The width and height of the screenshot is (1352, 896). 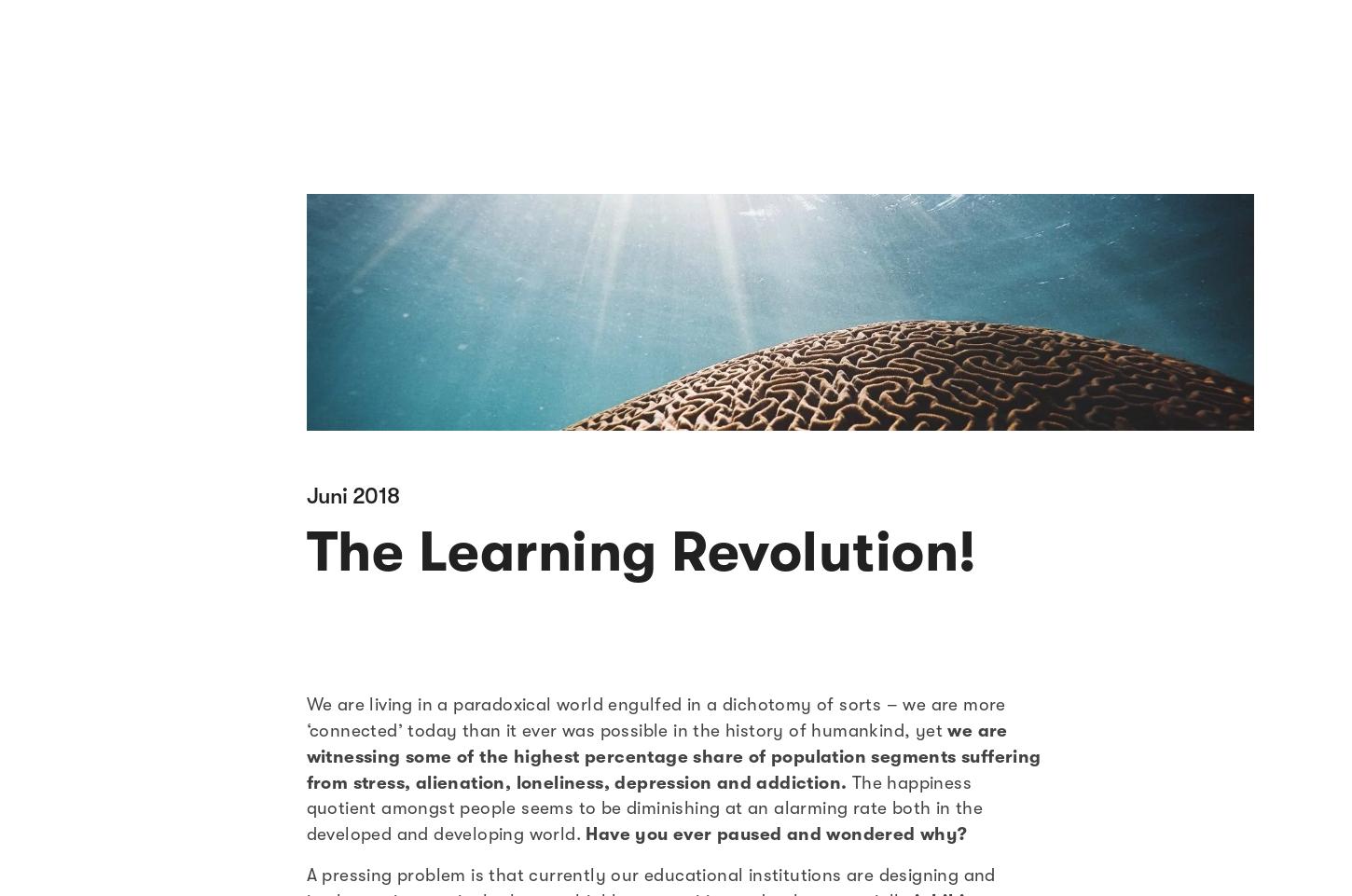 What do you see at coordinates (62, 657) in the screenshot?
I see `'Kultur'` at bounding box center [62, 657].